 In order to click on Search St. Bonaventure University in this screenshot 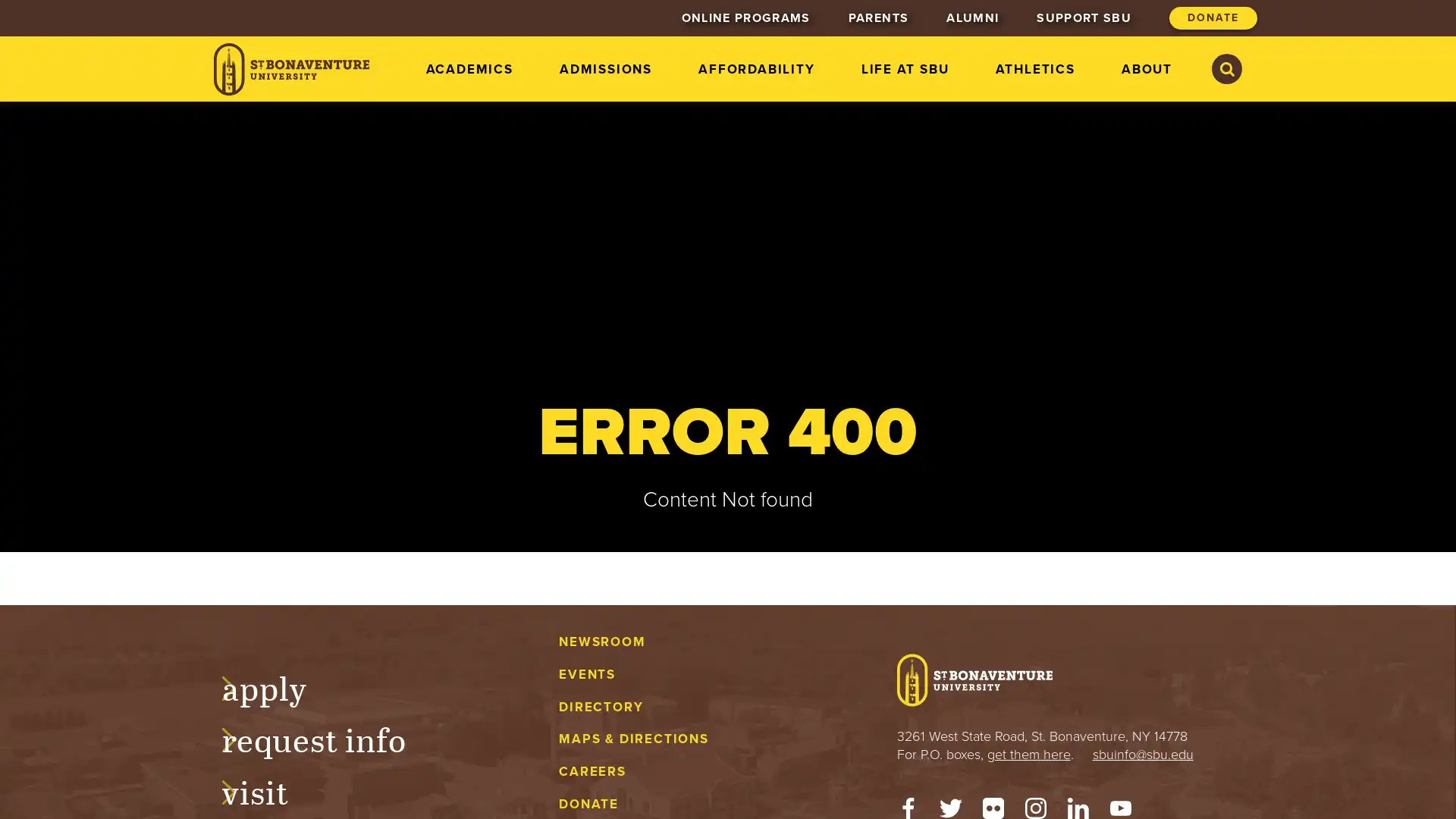, I will do `click(1226, 69)`.